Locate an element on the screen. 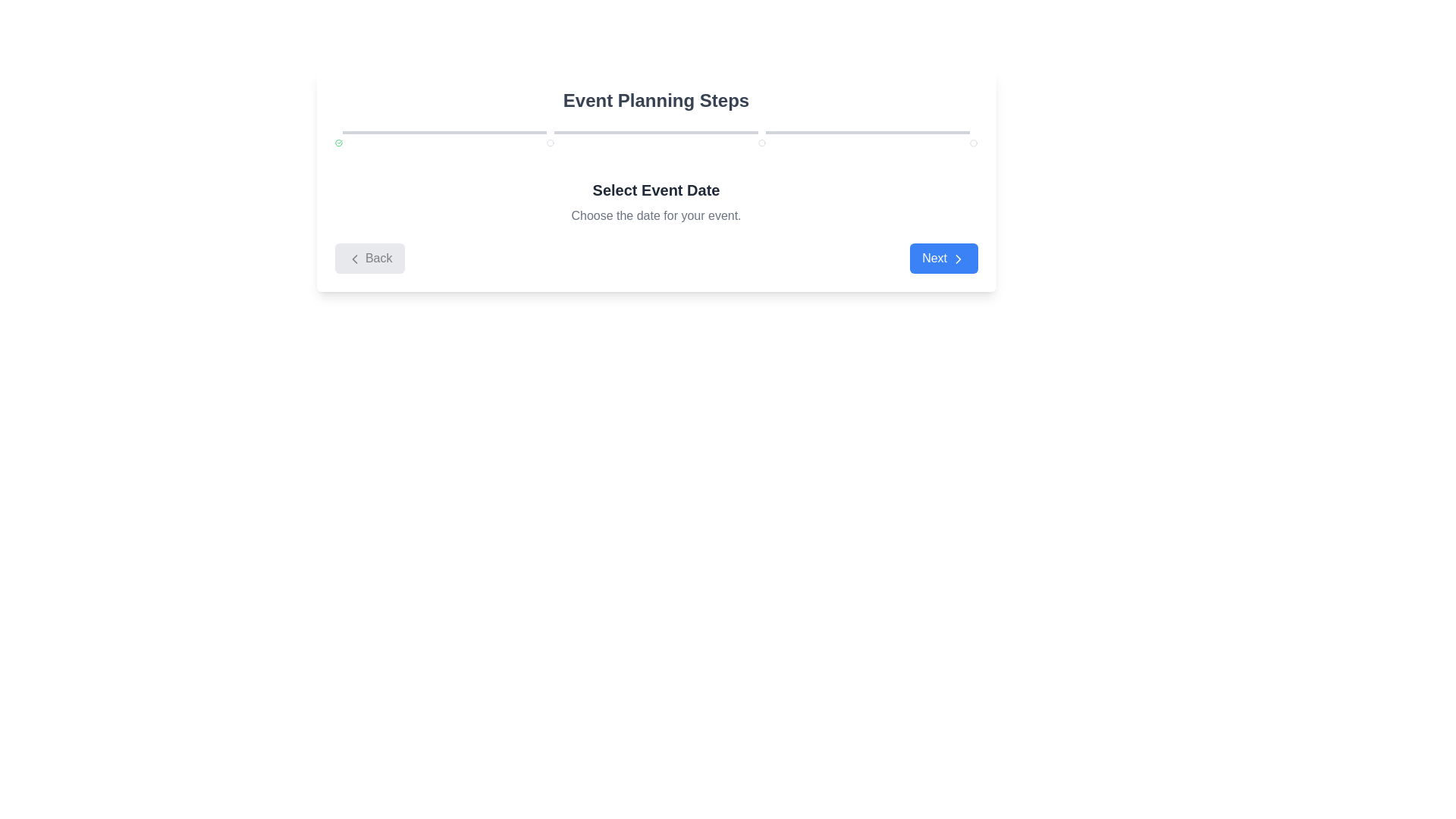  the first icon in the progress tracker which indicates the completion of the first step is located at coordinates (337, 143).